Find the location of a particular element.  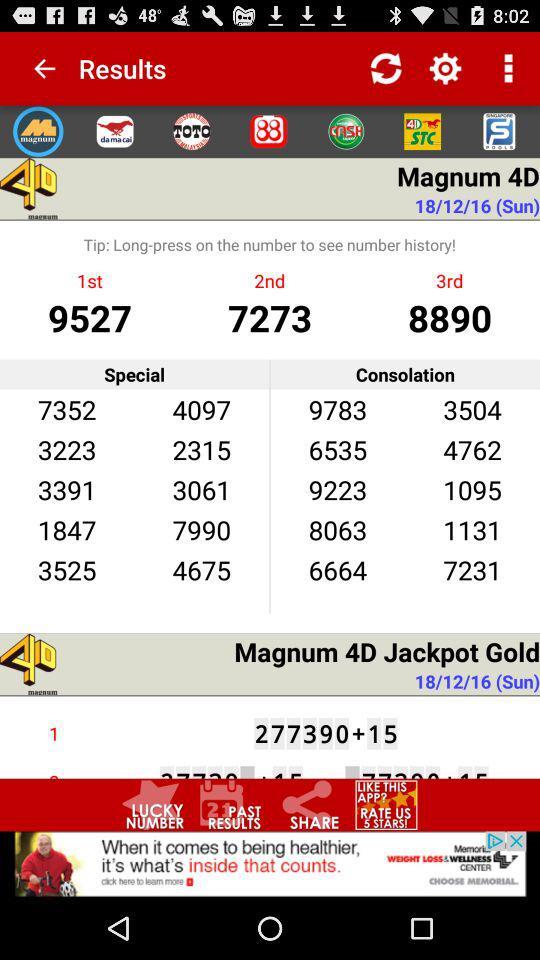

the email icon is located at coordinates (115, 139).